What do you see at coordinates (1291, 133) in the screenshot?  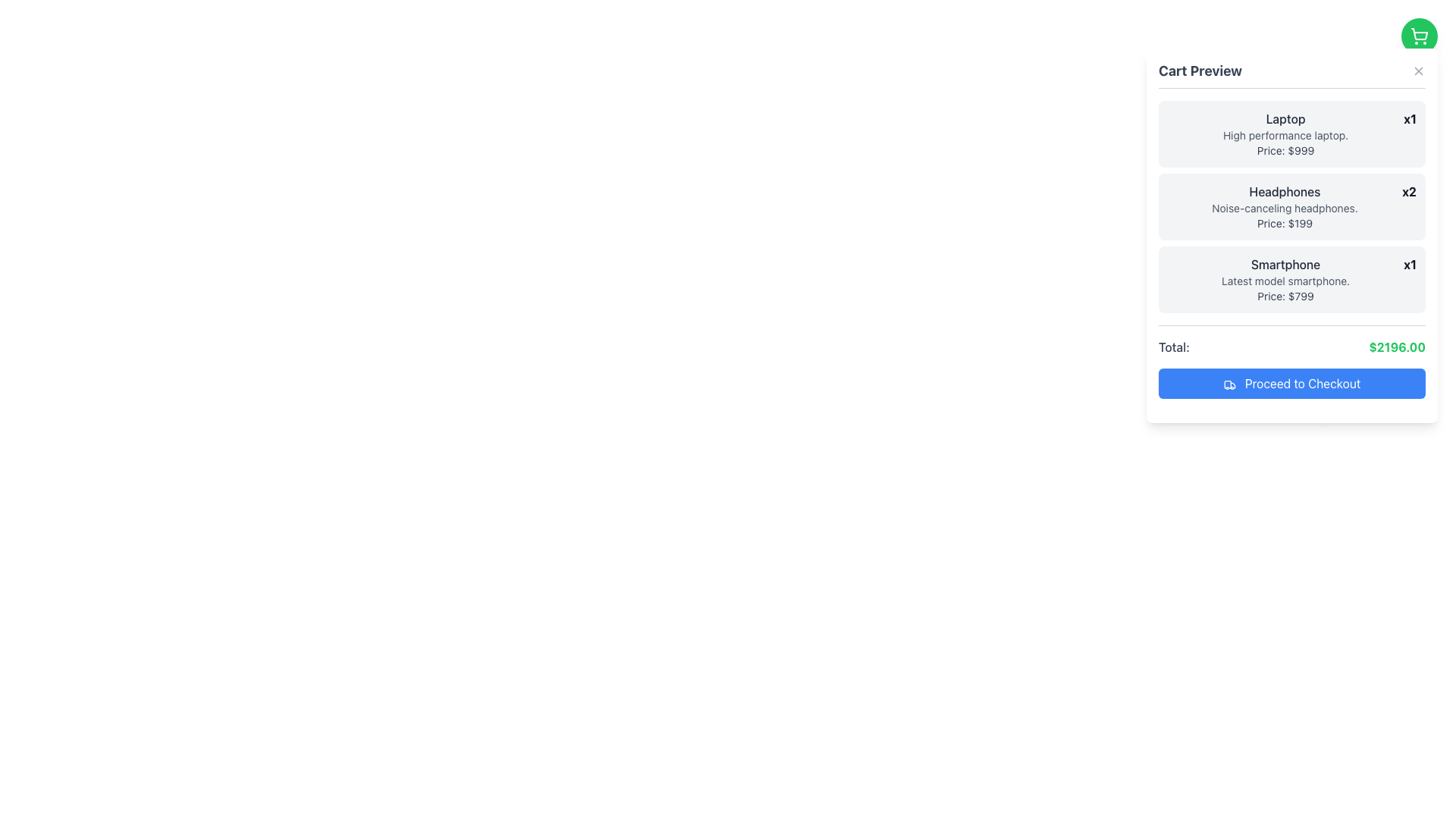 I see `the first list item in the shopping cart that describes a 'Laptop', including its title, description, price, and quantity` at bounding box center [1291, 133].